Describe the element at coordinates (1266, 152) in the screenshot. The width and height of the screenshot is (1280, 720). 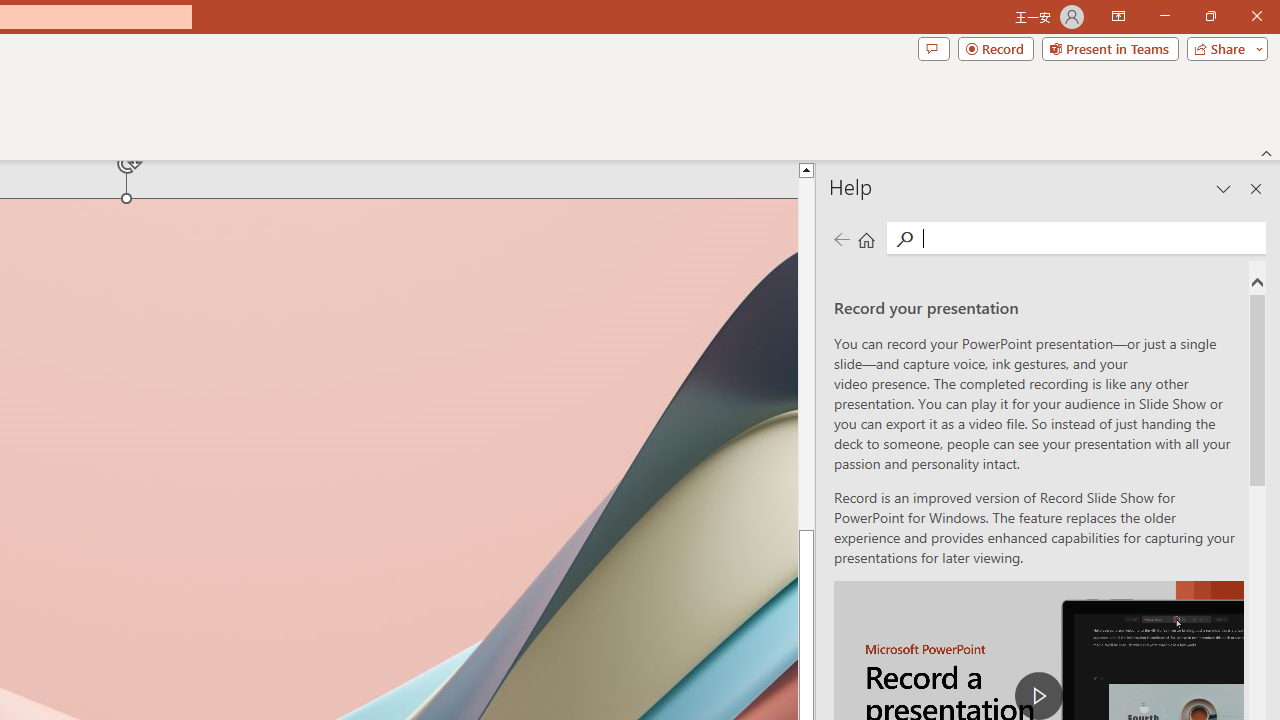
I see `'Collapse the Ribbon'` at that location.